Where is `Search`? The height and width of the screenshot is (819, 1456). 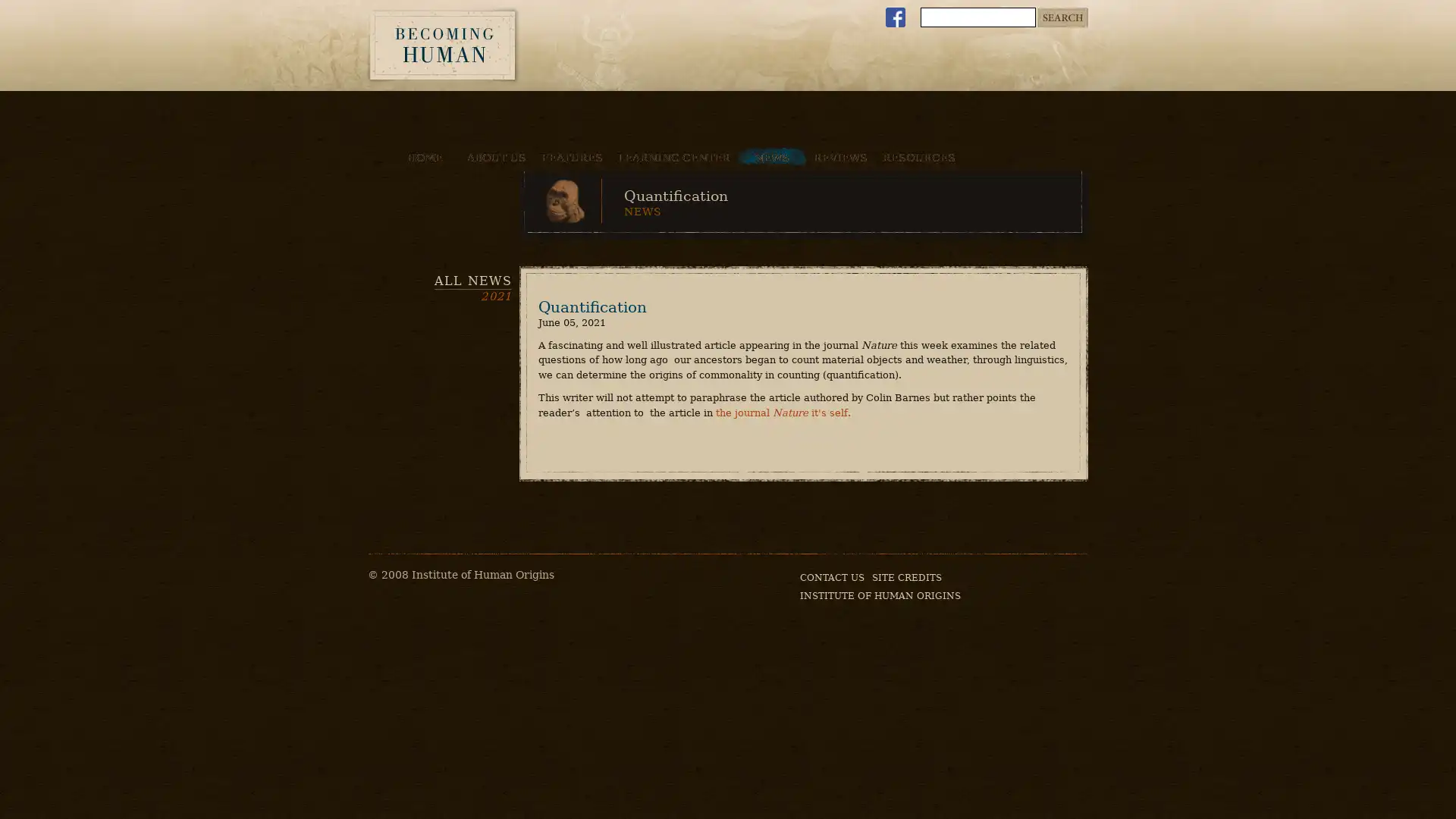 Search is located at coordinates (1062, 17).